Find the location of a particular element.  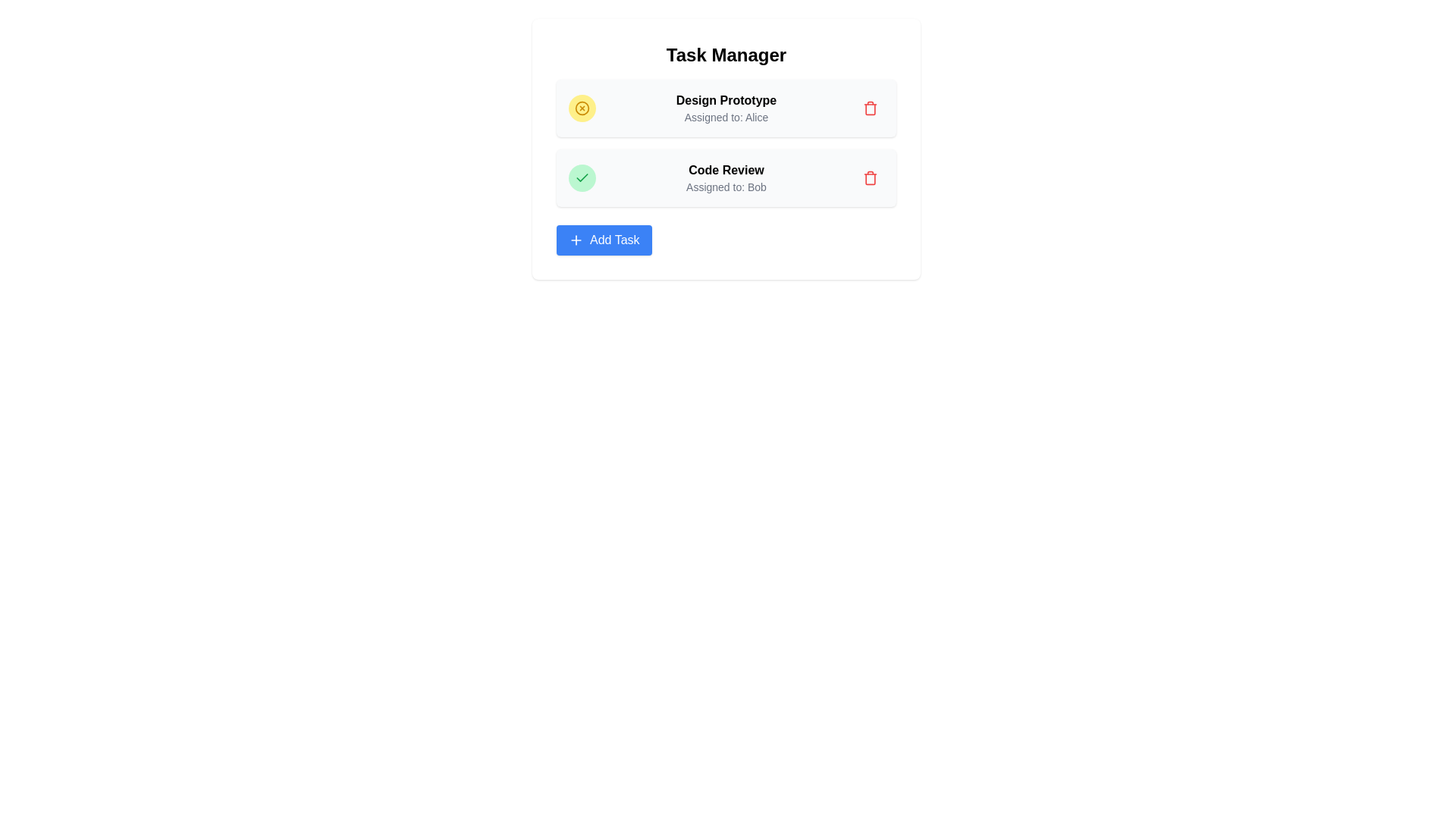

the Status Icon element, which is a circular icon with a yellow background and a red cross, located adjacent to the 'Design Prototype' item in the task list is located at coordinates (582, 107).